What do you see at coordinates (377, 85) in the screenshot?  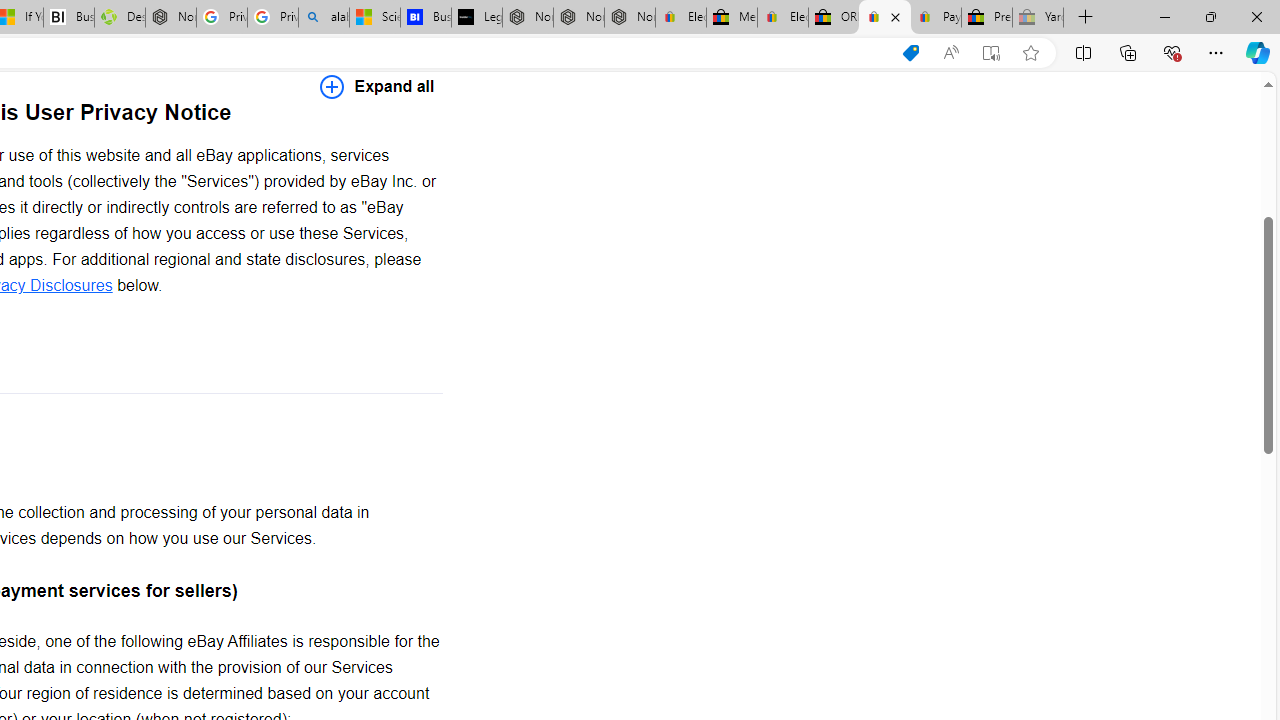 I see `'Expand all'` at bounding box center [377, 85].